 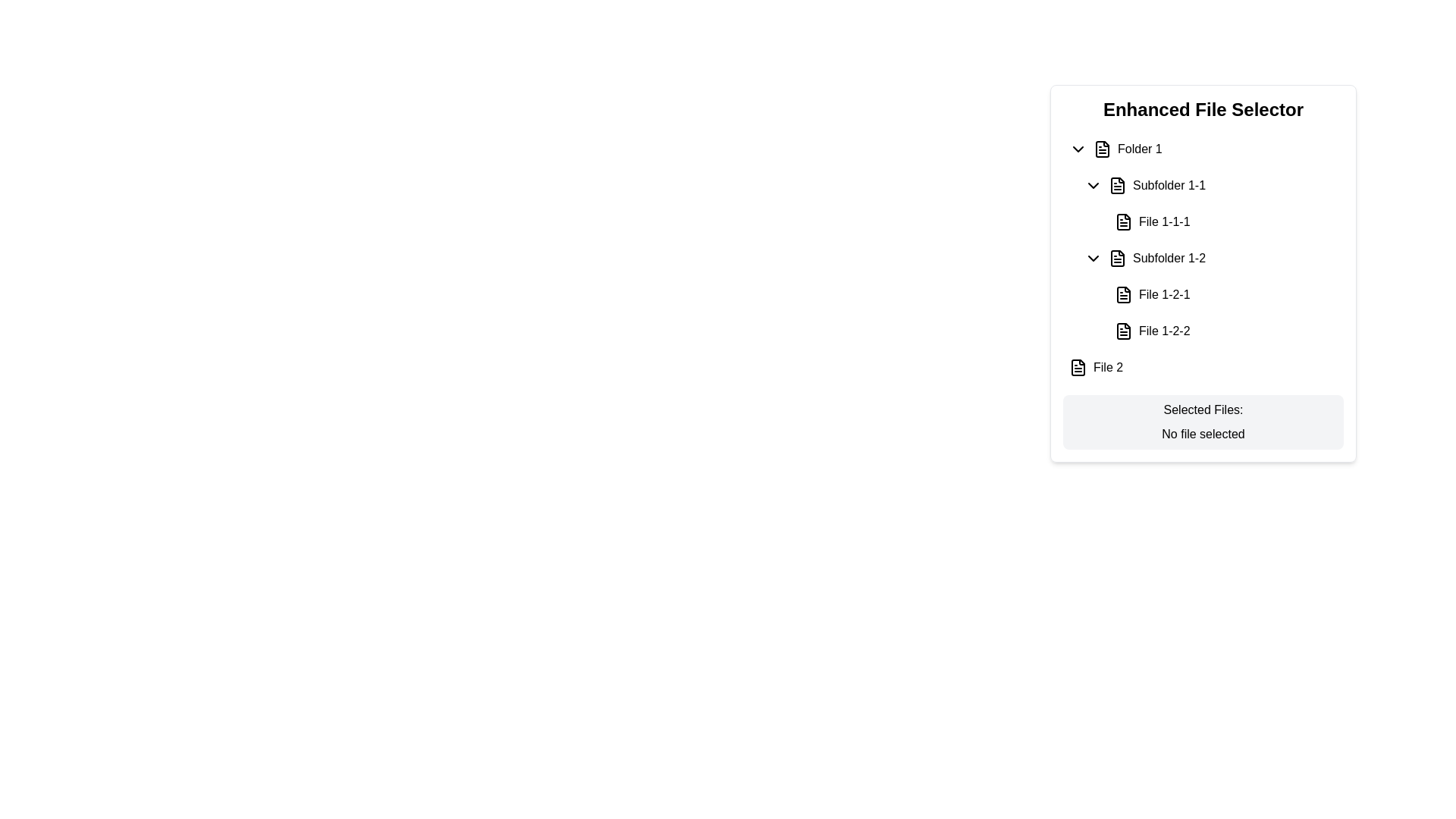 I want to click on the document icon SVG element located to the left of the 'File 2' label in the file selector interface, so click(x=1077, y=368).